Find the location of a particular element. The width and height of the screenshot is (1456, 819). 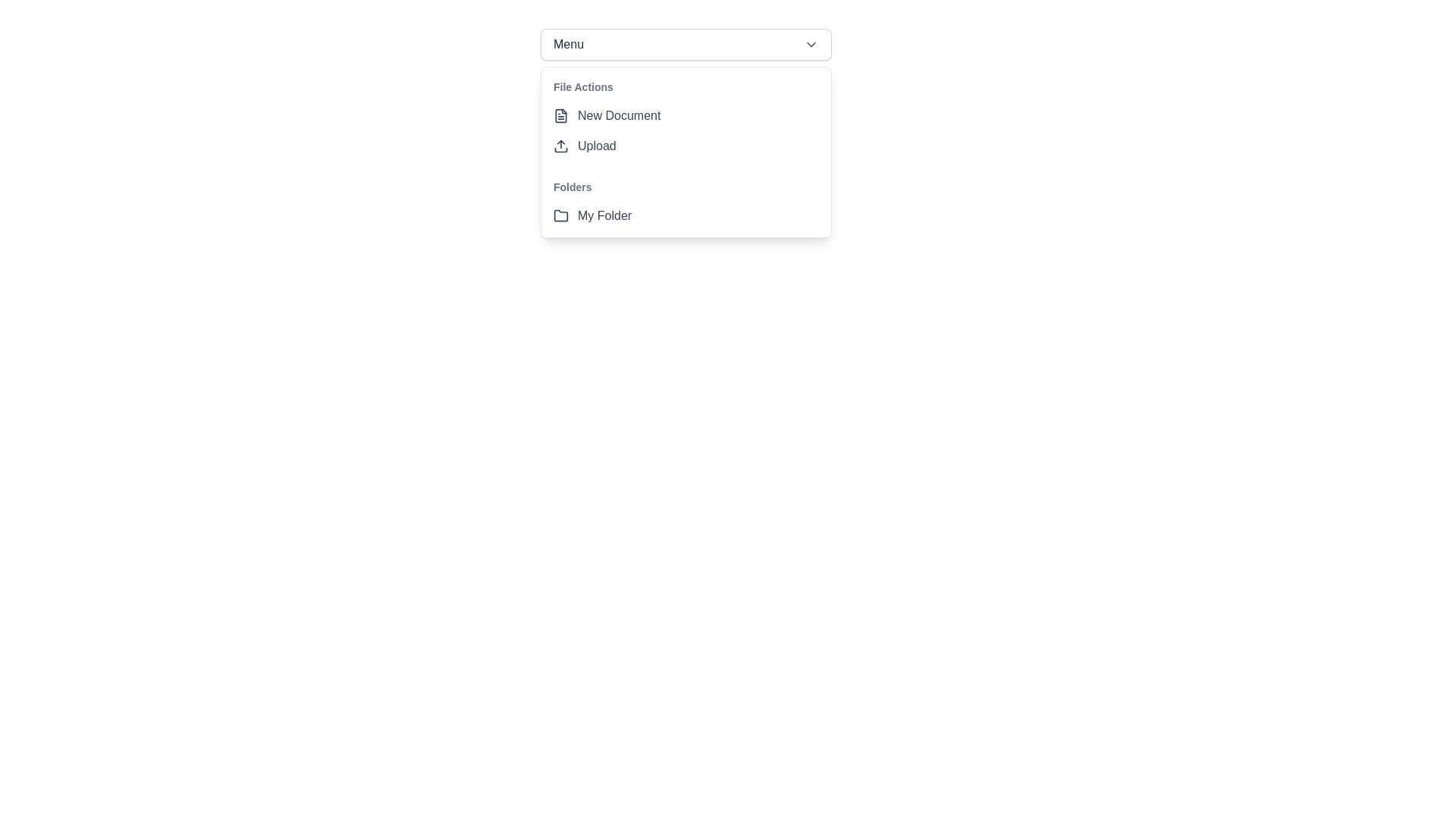

the folder icon located in the 'Folders' section of the dropdown menu, which serves as a visual cue for folder-related content or actions is located at coordinates (560, 215).